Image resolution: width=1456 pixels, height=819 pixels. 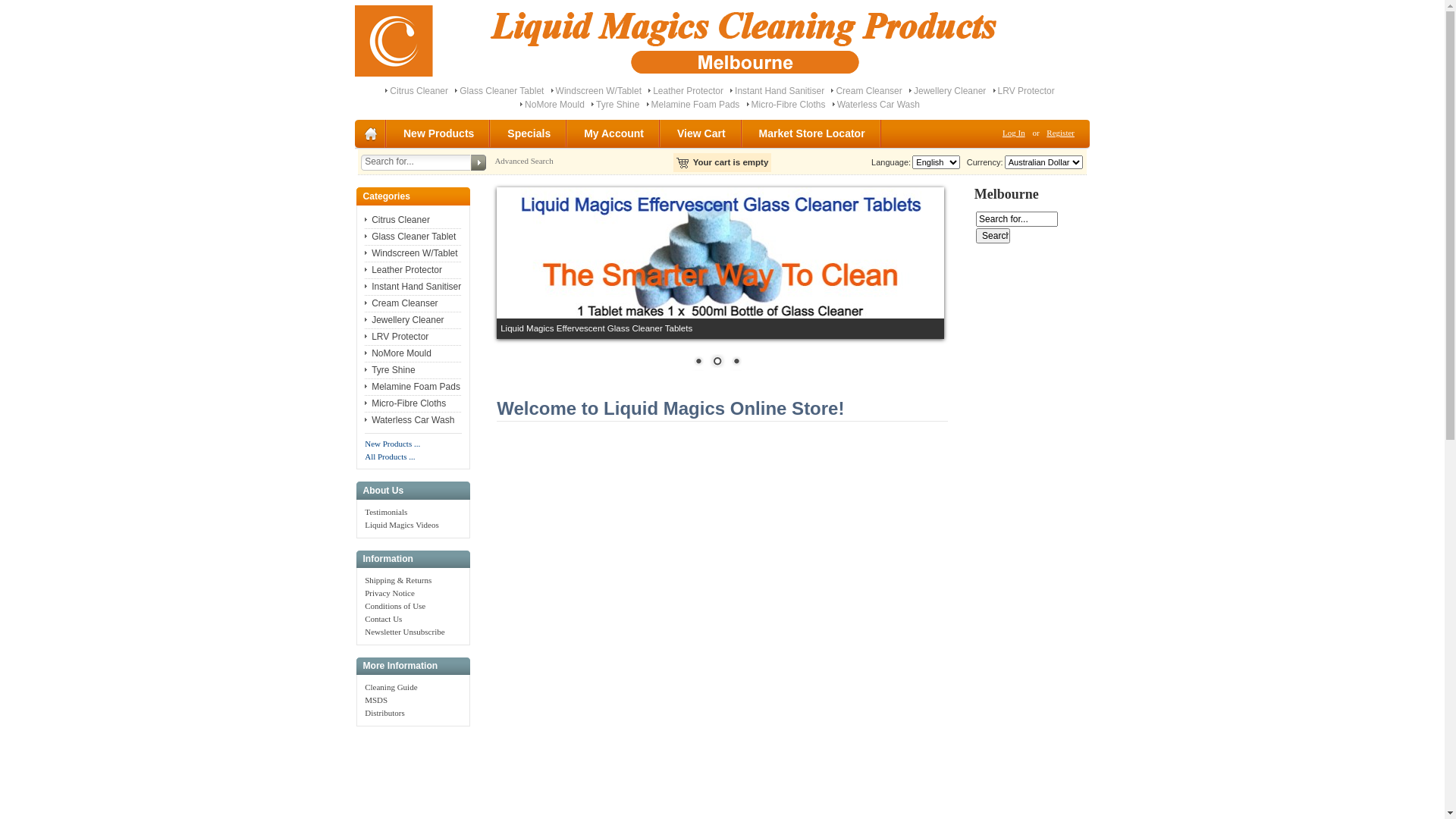 What do you see at coordinates (716, 362) in the screenshot?
I see `'2'` at bounding box center [716, 362].